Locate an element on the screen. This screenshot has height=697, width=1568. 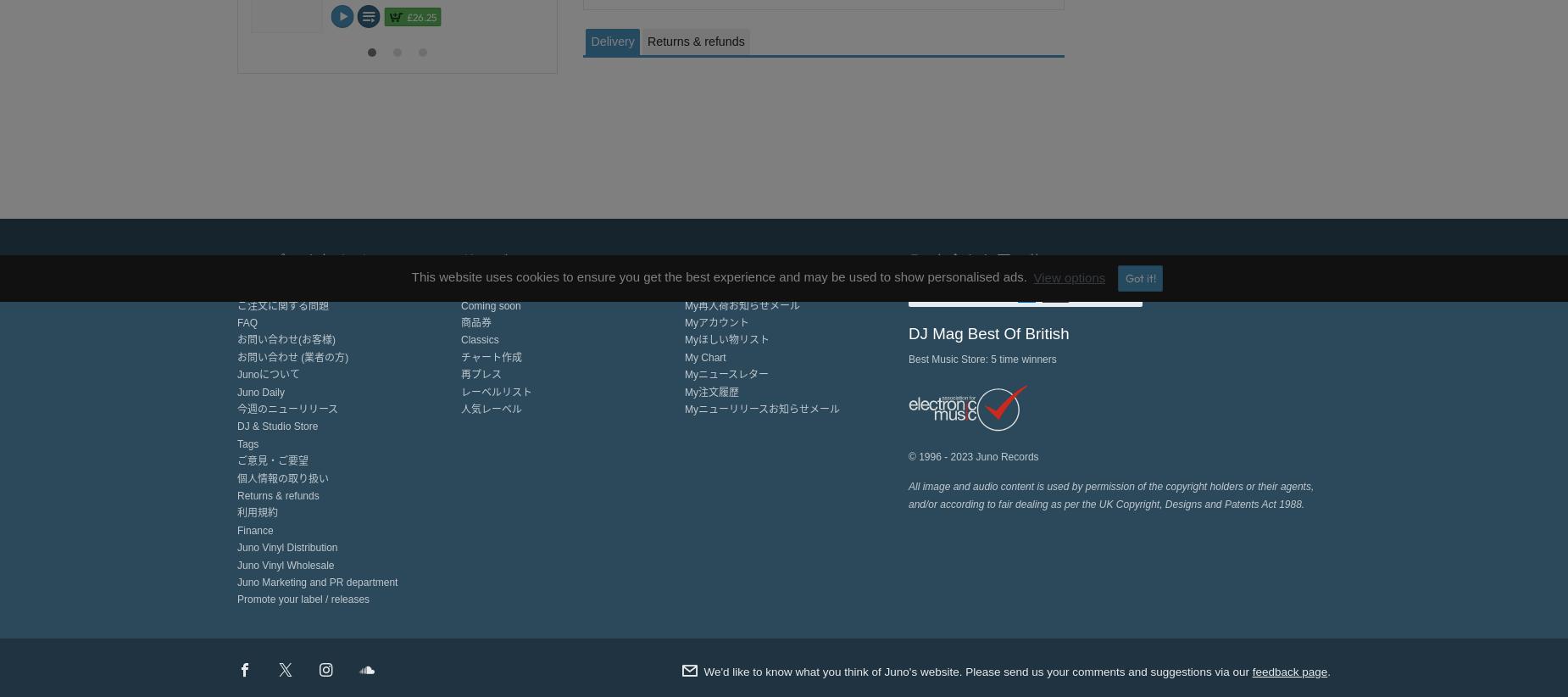
'お問い合わせ(お客様)' is located at coordinates (285, 339).